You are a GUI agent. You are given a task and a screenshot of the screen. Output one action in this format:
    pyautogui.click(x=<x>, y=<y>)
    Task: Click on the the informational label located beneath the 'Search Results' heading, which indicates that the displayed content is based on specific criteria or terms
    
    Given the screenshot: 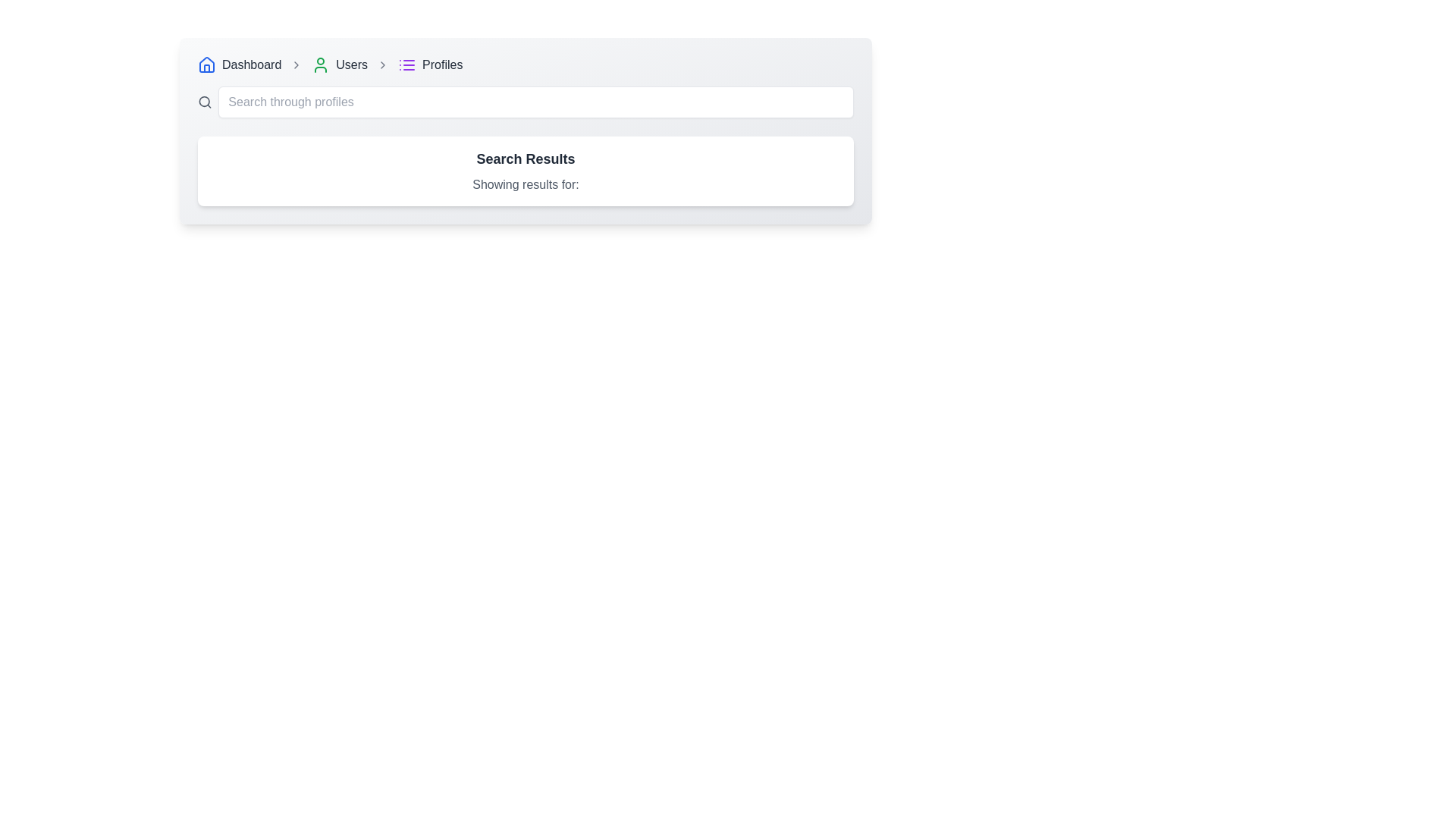 What is the action you would take?
    pyautogui.click(x=526, y=184)
    